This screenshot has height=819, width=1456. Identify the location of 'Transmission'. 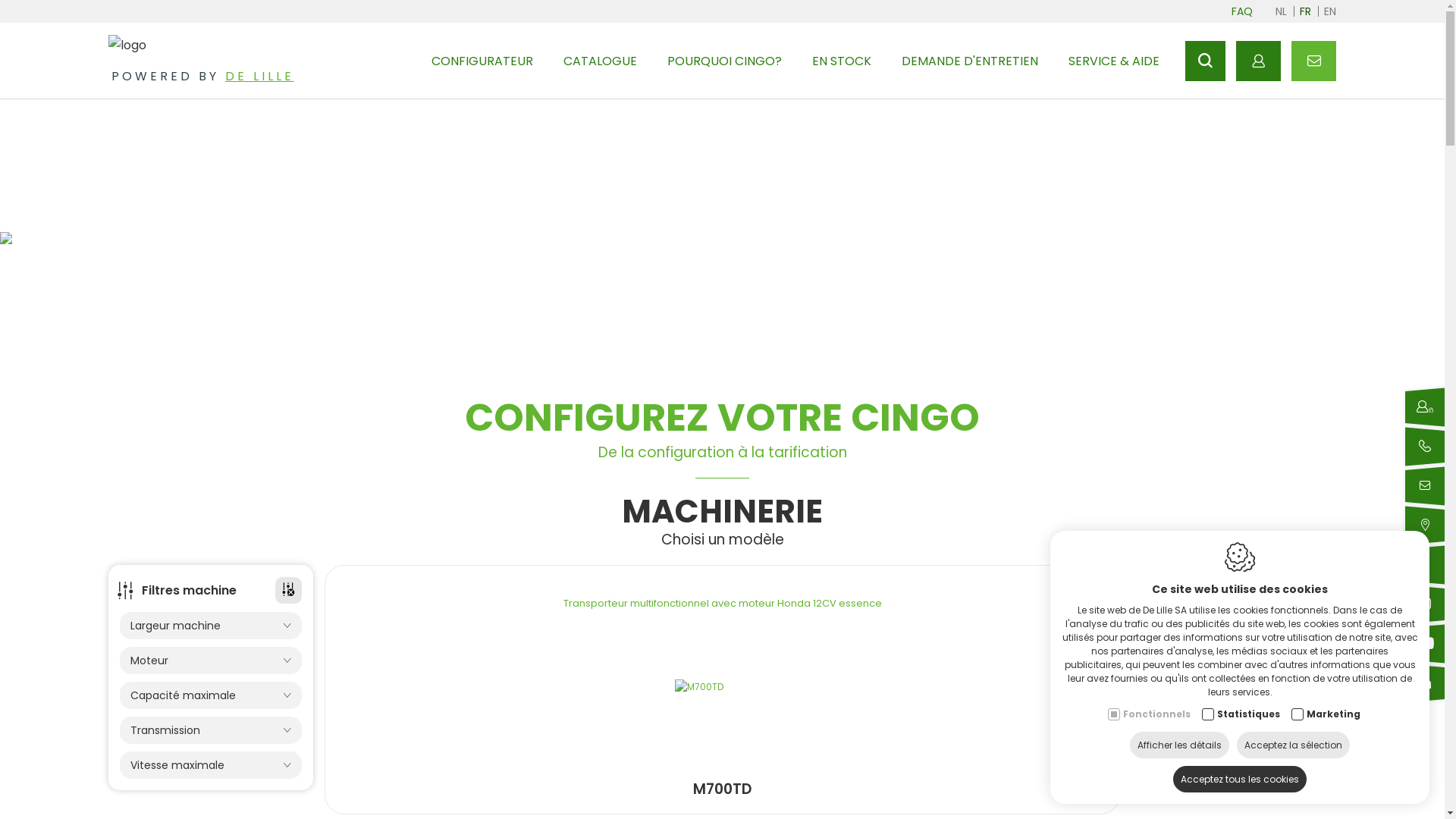
(210, 730).